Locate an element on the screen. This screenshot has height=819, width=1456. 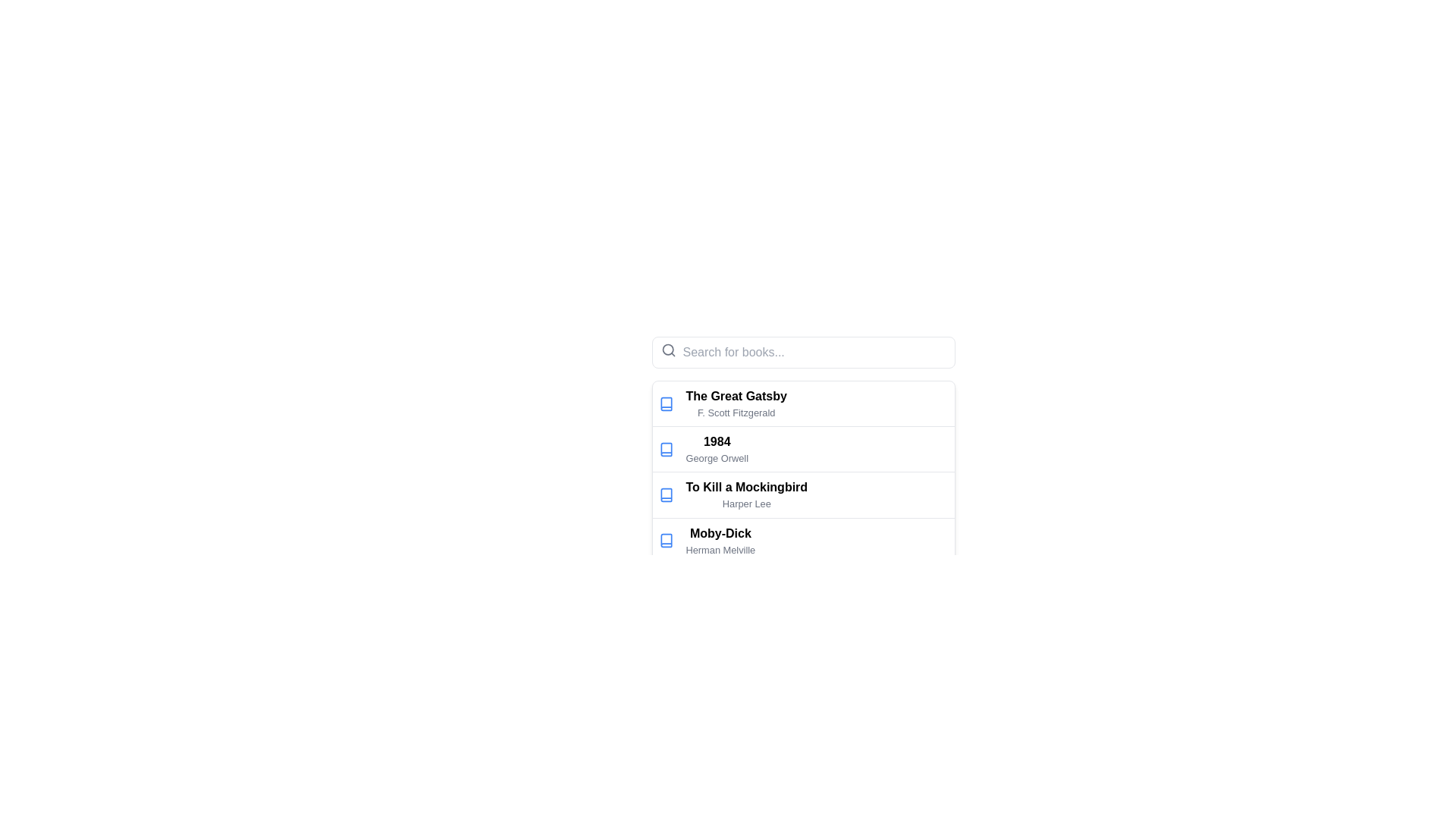
the list item presenting the book 'To Kill a Mockingbird' by 'Harper Lee', which features a blue book icon and is the third item in the vertical list is located at coordinates (802, 494).